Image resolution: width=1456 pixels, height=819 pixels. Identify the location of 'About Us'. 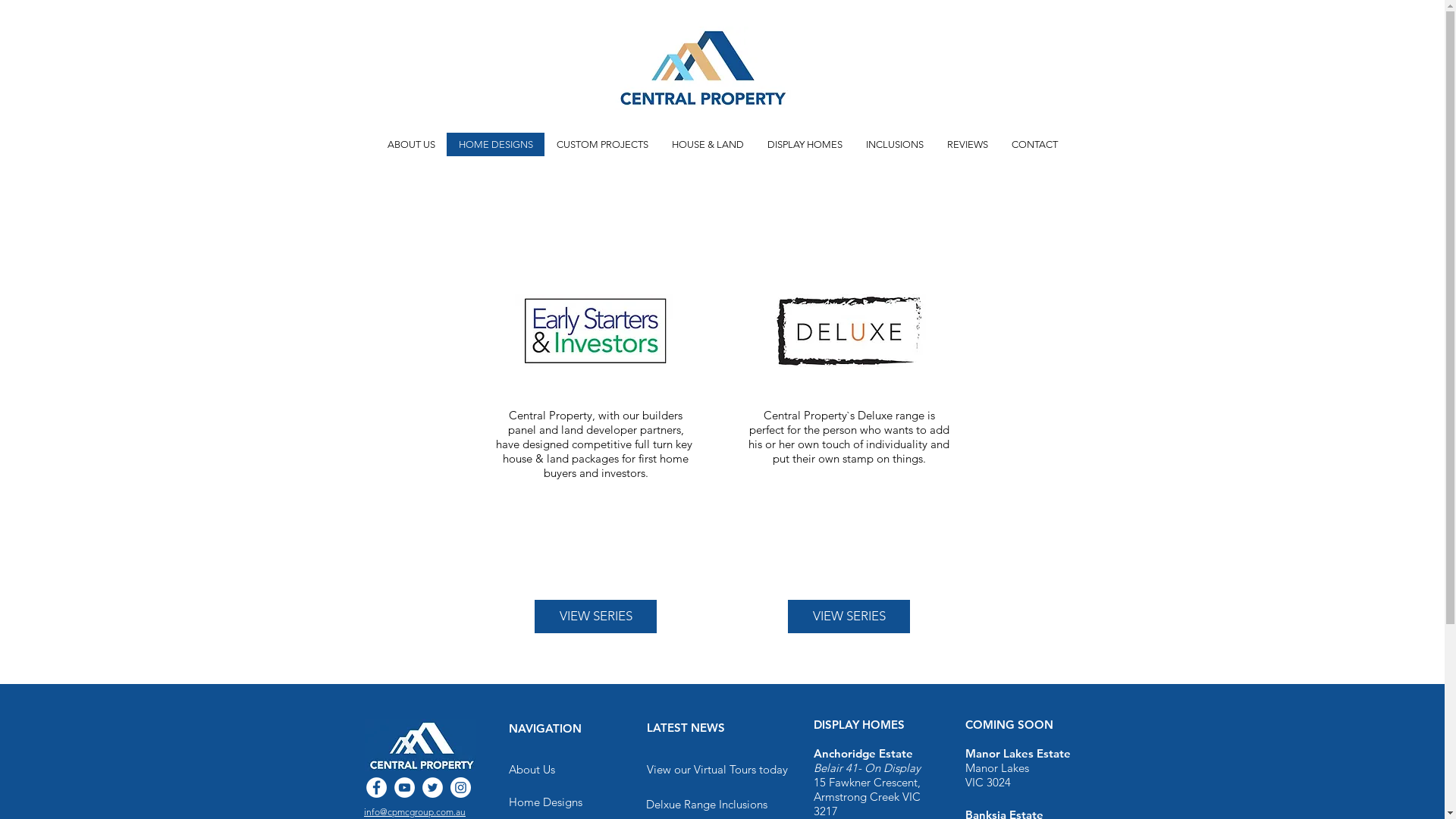
(531, 769).